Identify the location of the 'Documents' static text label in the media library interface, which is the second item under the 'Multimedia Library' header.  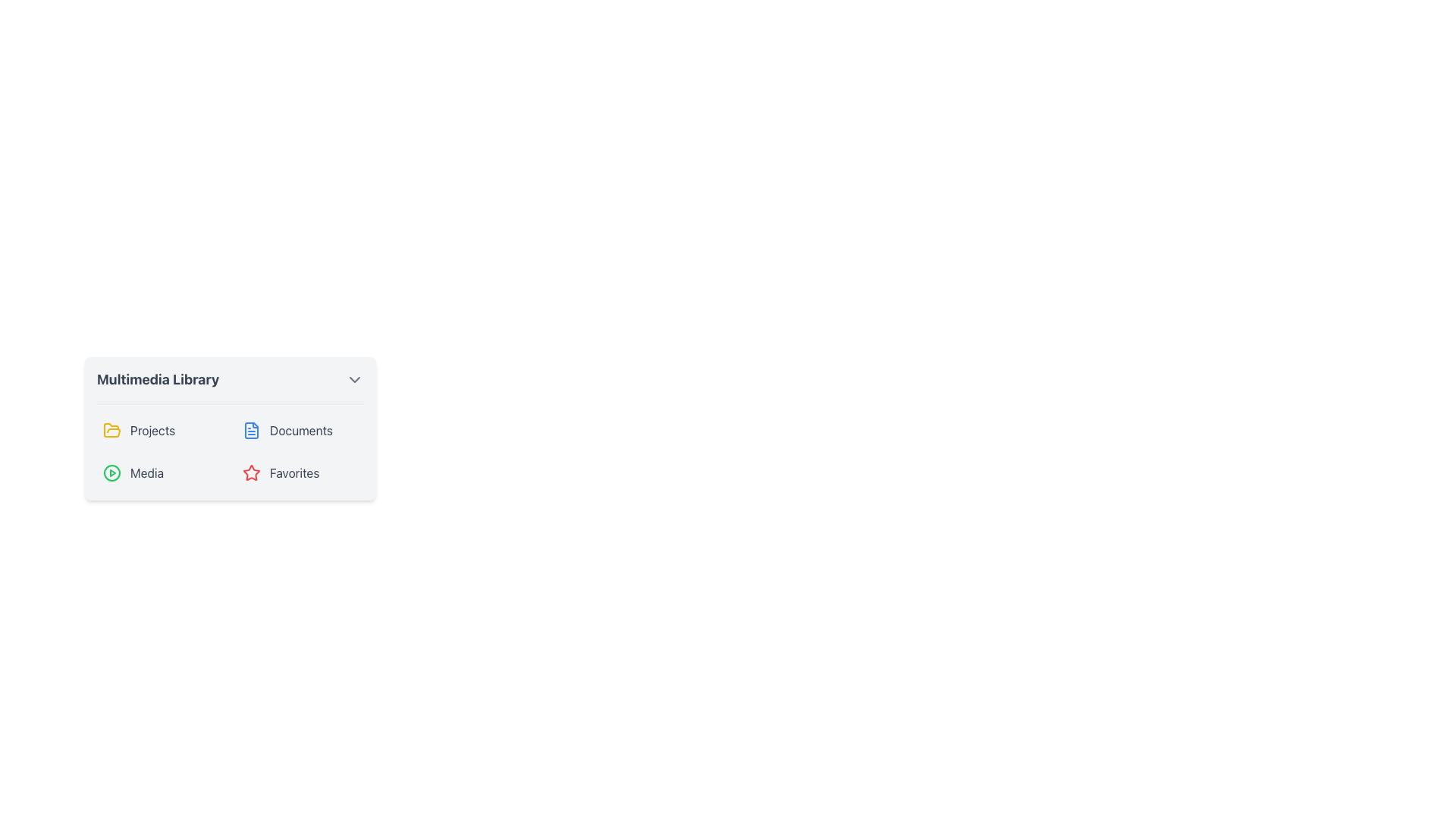
(301, 430).